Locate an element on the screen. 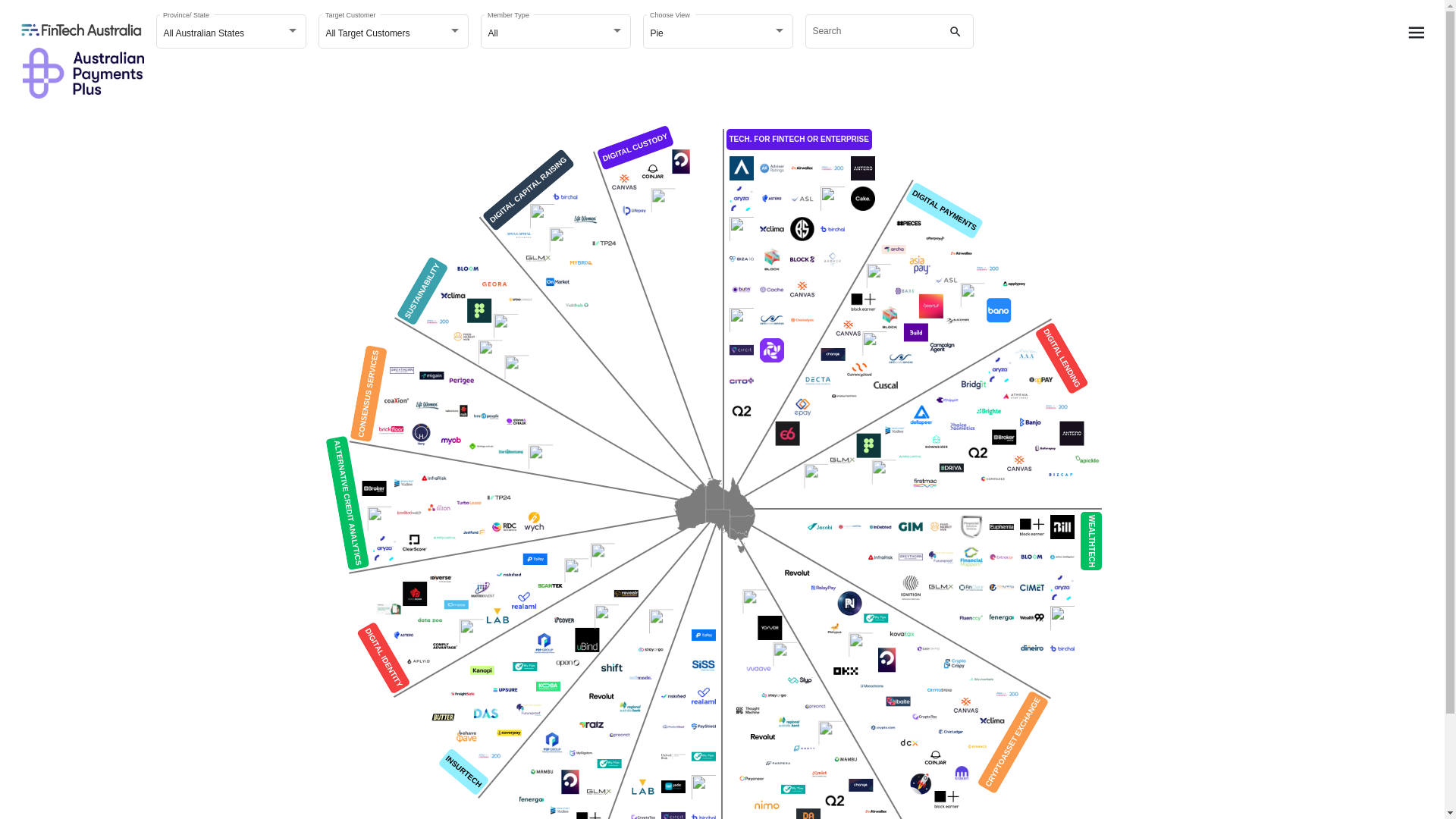 This screenshot has width=1456, height=819. 'Revolut Payments Australia Pty Ltd' is located at coordinates (600, 696).